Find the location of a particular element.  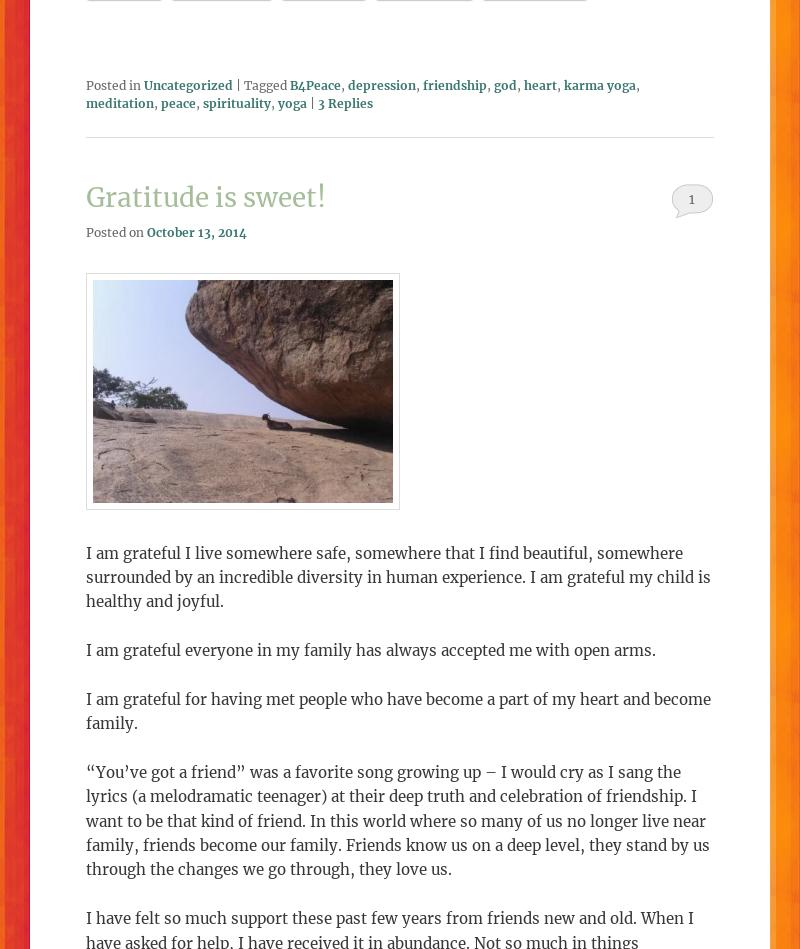

'Uncategorized' is located at coordinates (187, 84).